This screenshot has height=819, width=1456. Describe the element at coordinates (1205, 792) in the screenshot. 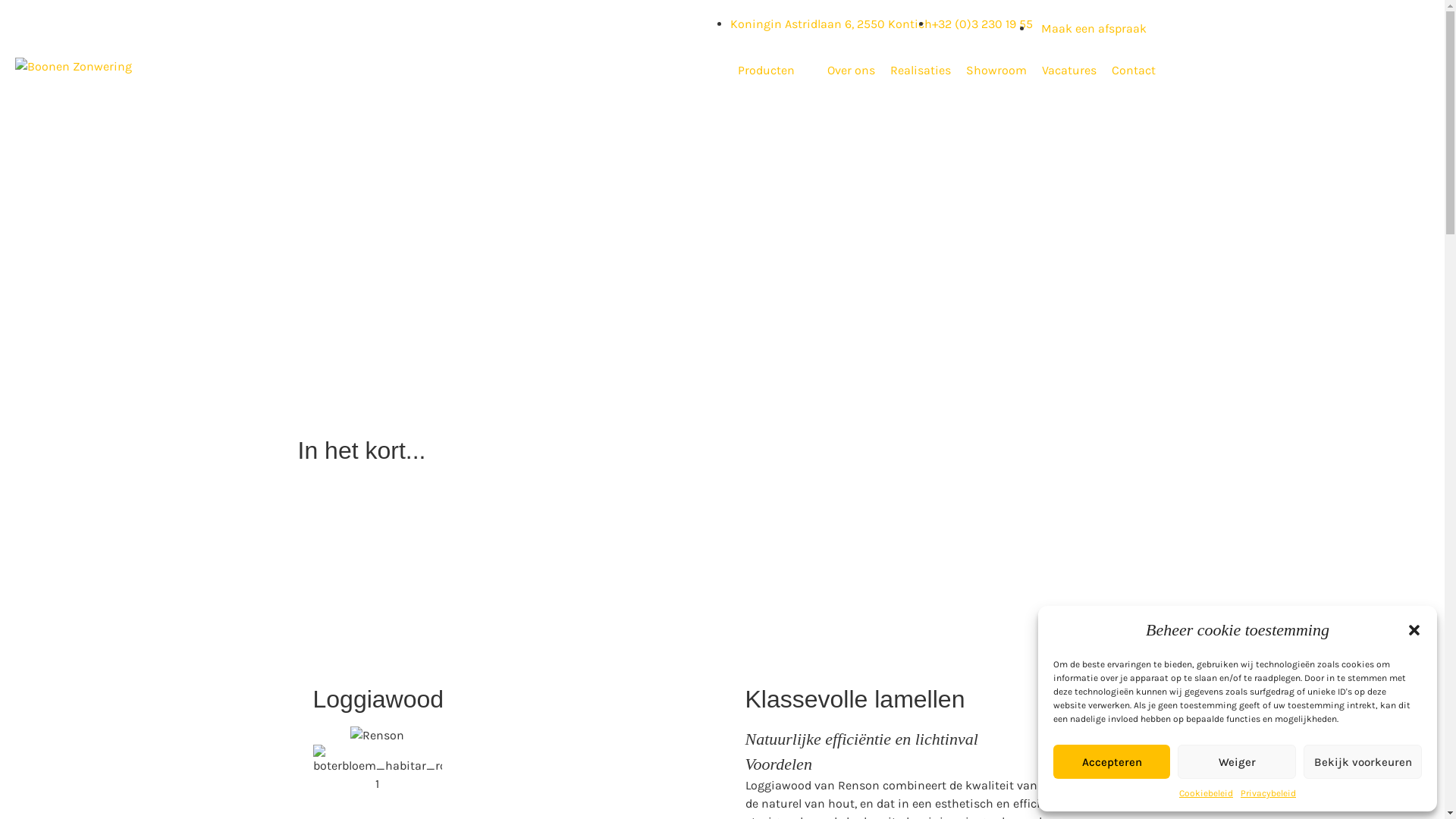

I see `'Cookiebeleid'` at that location.